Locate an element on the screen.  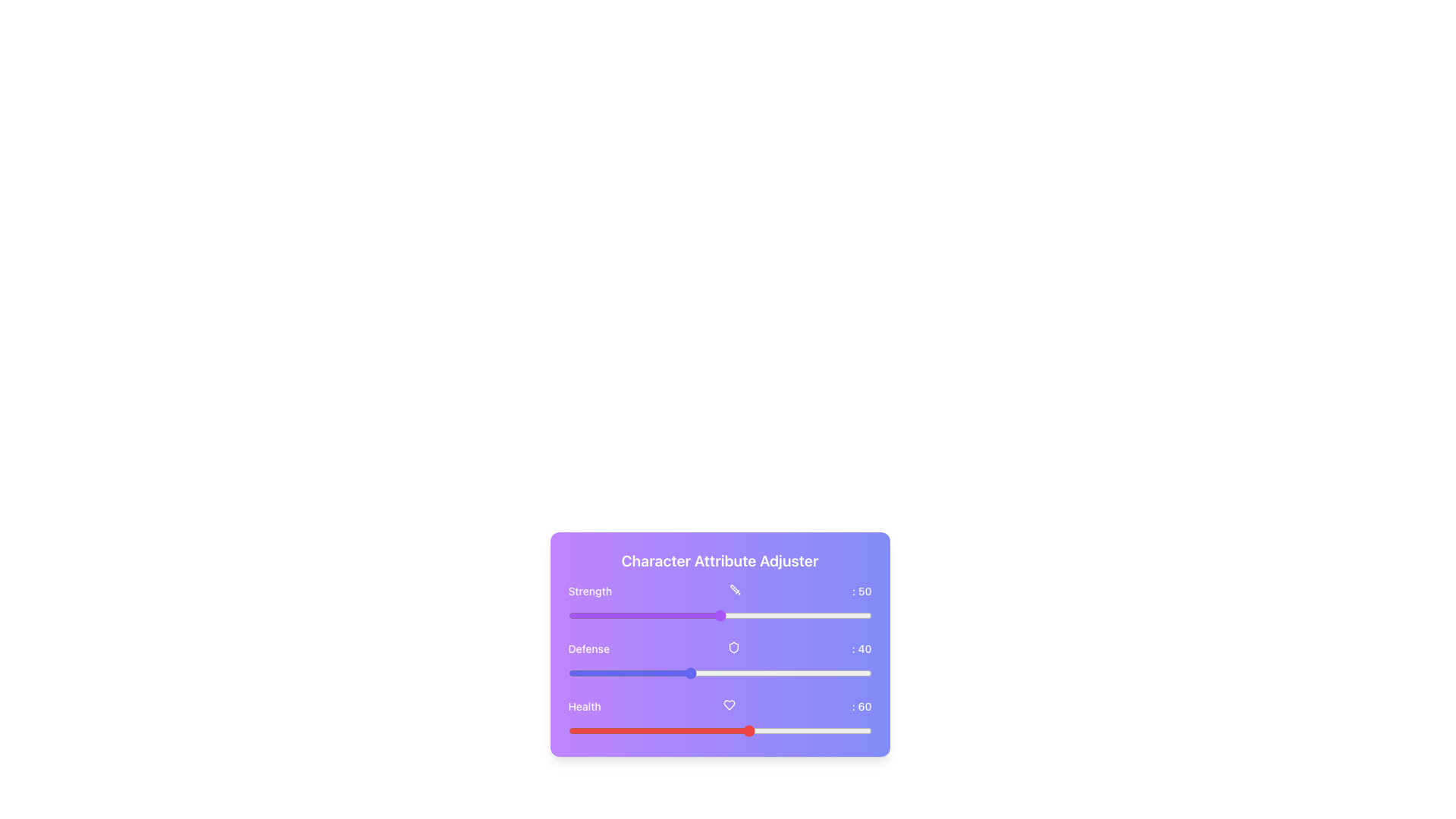
the Strength value is located at coordinates (626, 616).